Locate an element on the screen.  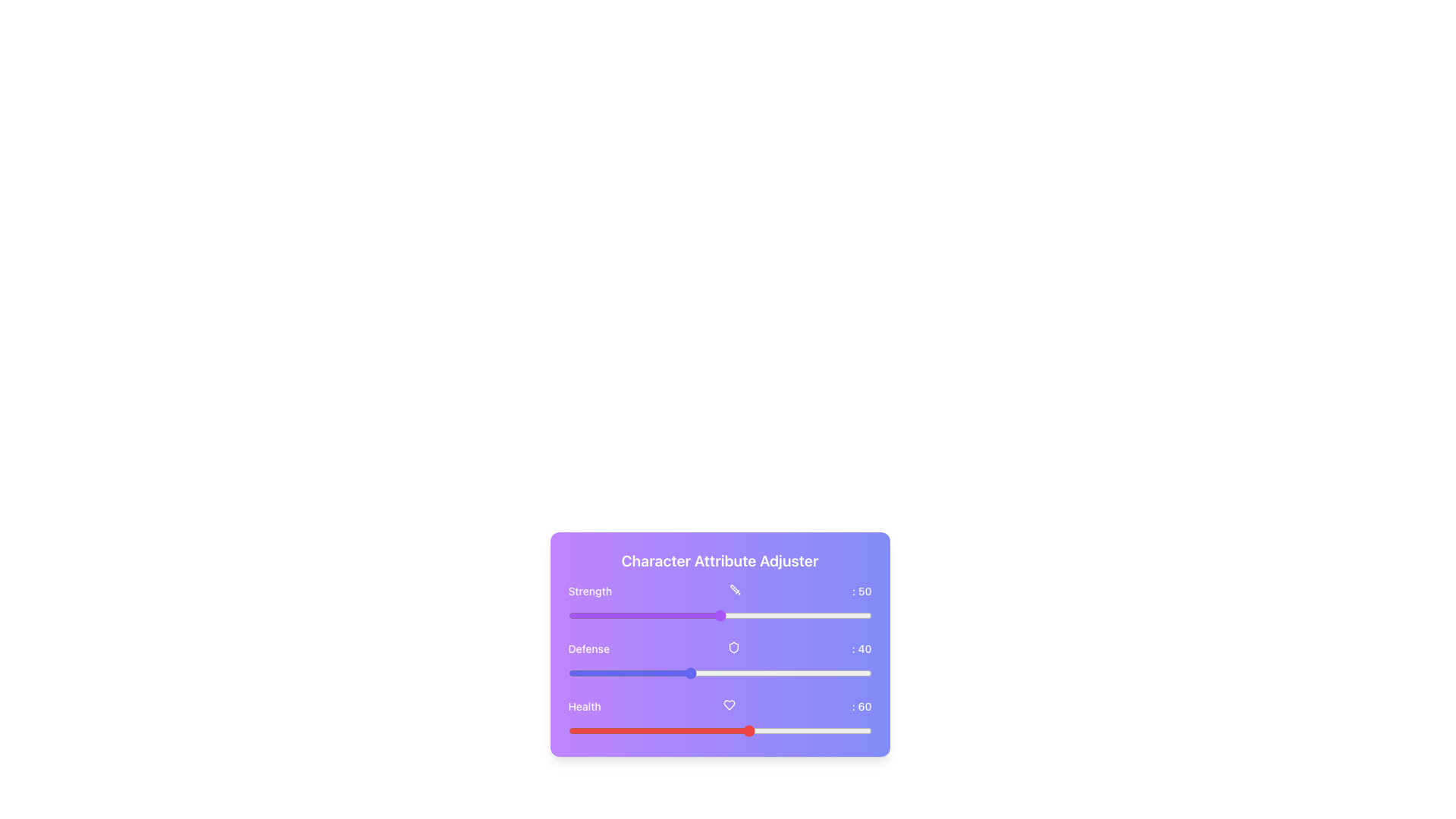
the Strength value is located at coordinates (626, 616).